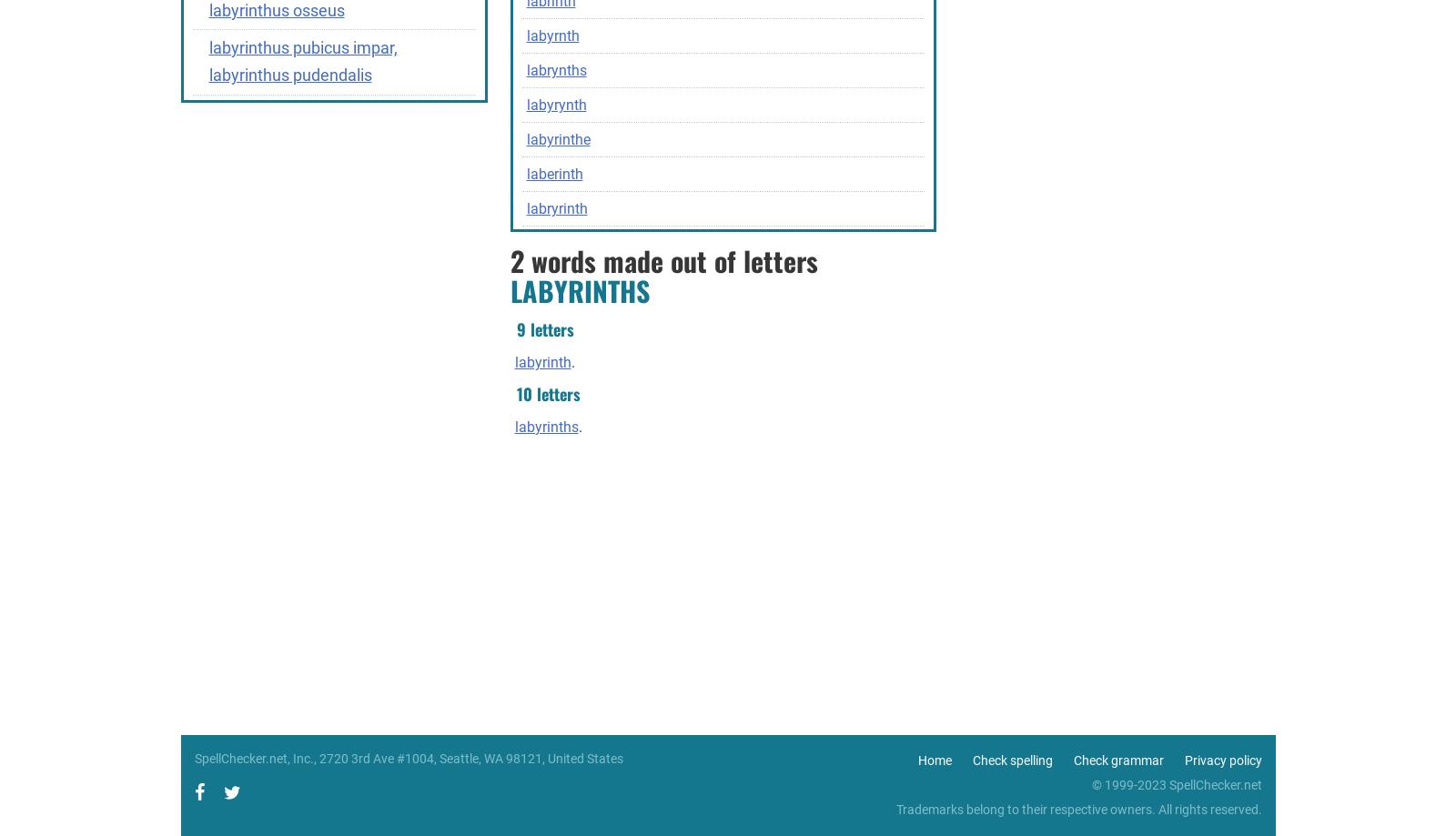 The width and height of the screenshot is (1456, 836). Describe the element at coordinates (1077, 808) in the screenshot. I see `'Trademarks belong to their respective owners. All rights reserved.'` at that location.